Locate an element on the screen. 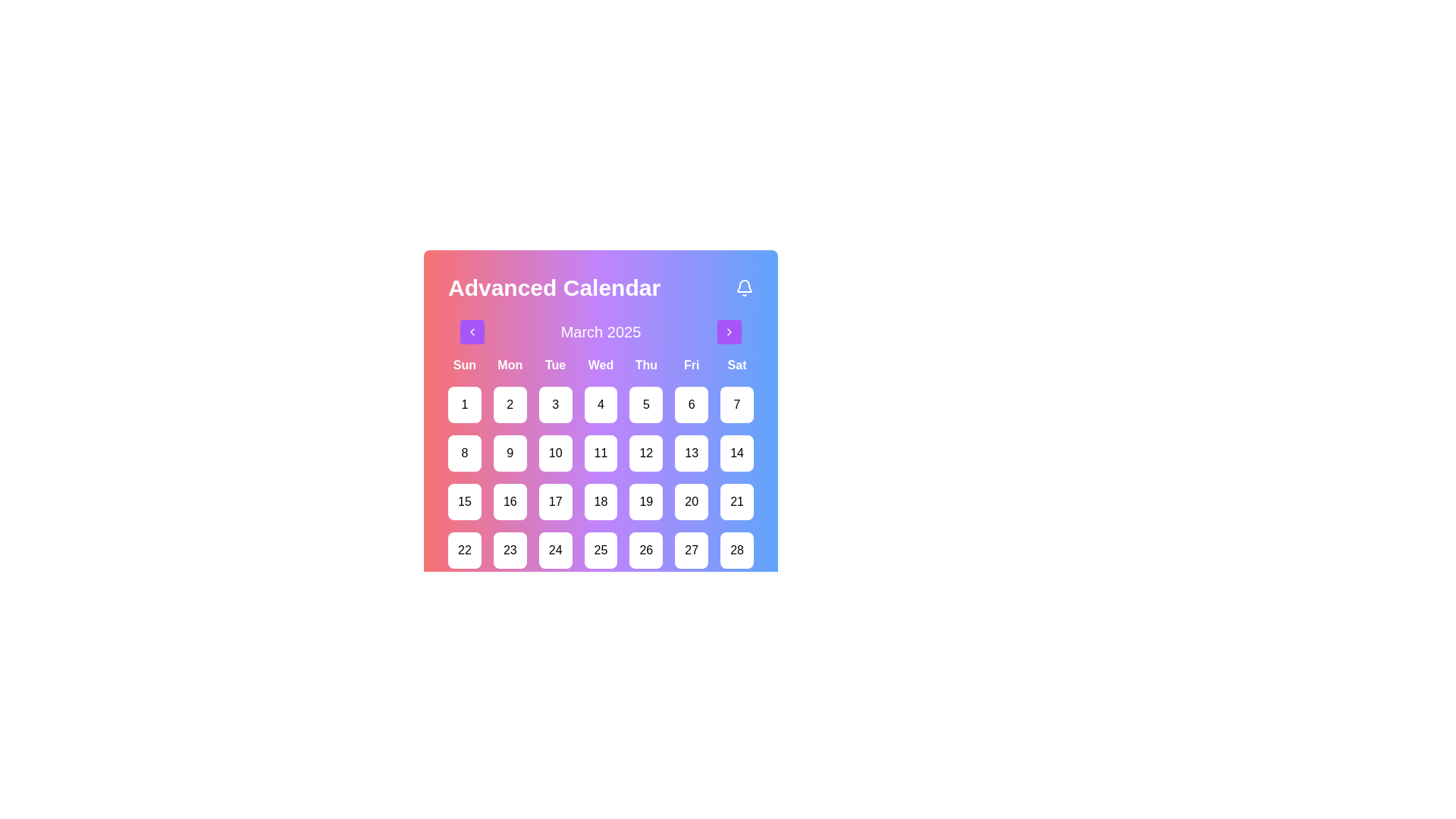 Image resolution: width=1456 pixels, height=819 pixels. the Calendar date element representing the 10th of the month, which is located in the third column of the second row corresponding to 'Tuesday' is located at coordinates (554, 452).